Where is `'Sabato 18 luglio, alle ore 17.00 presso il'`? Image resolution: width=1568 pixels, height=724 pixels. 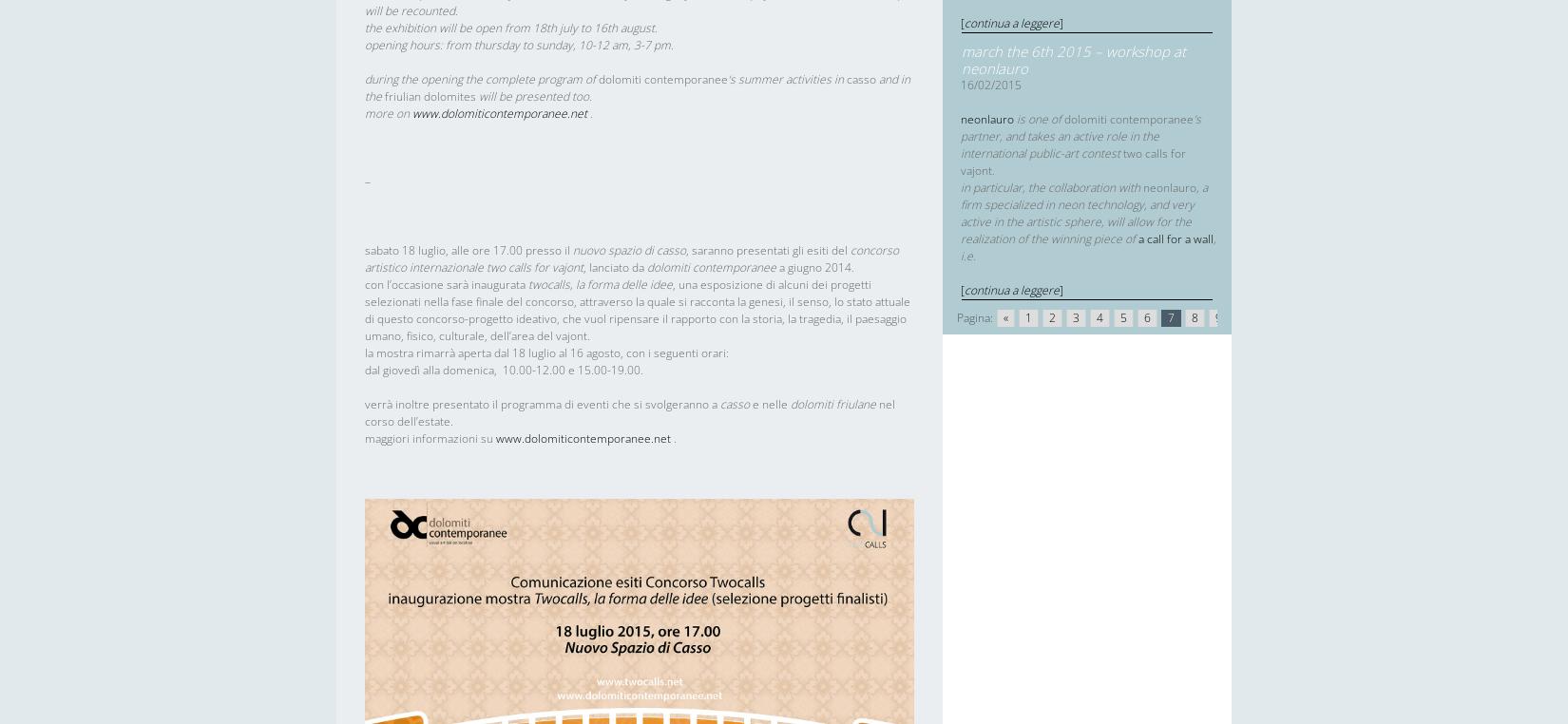
'Sabato 18 luglio, alle ore 17.00 presso il' is located at coordinates (468, 249).